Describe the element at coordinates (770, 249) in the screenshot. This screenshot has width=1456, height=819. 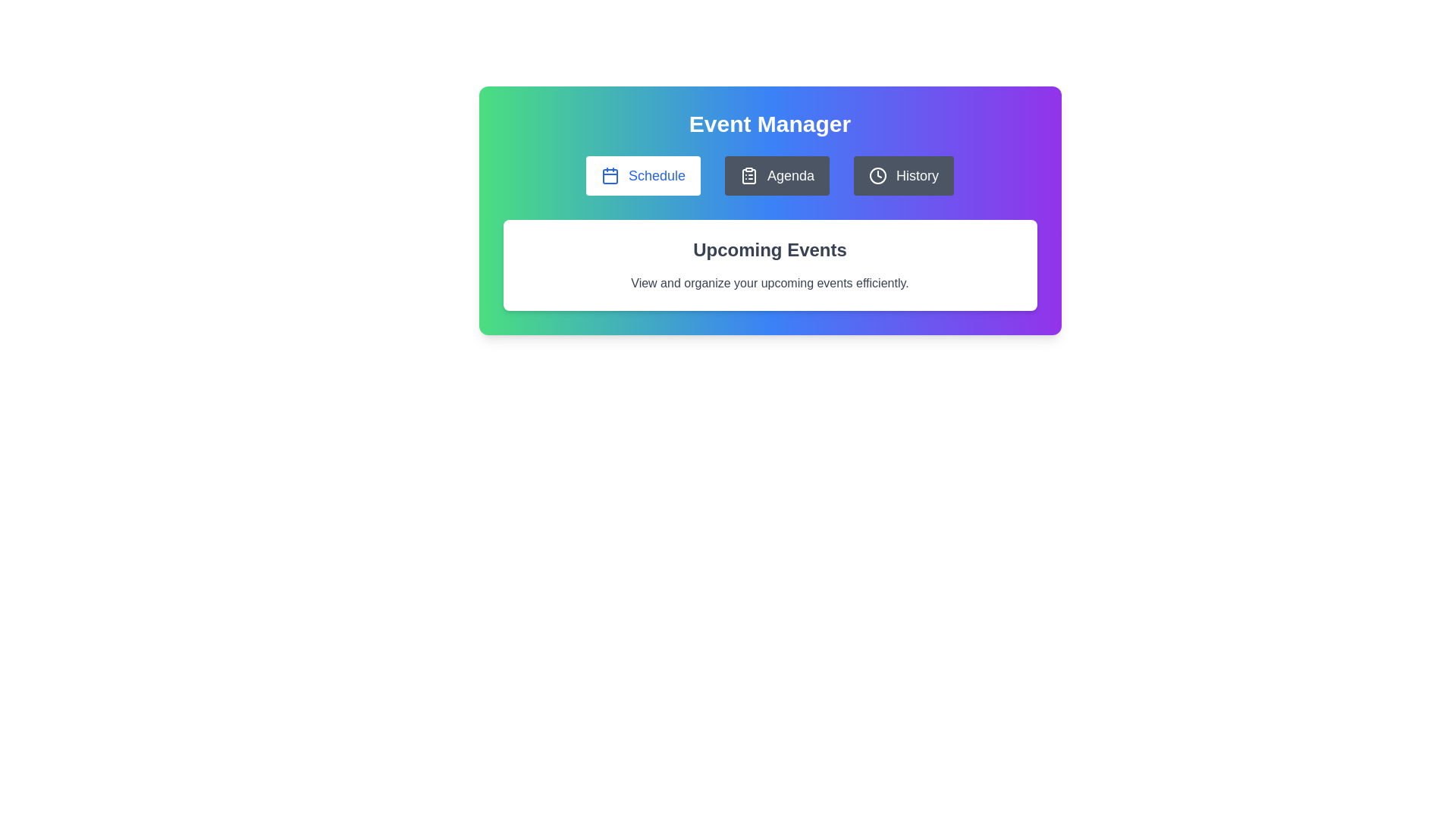
I see `the title text that introduces upcoming events located under the 'Event Manager' header` at that location.